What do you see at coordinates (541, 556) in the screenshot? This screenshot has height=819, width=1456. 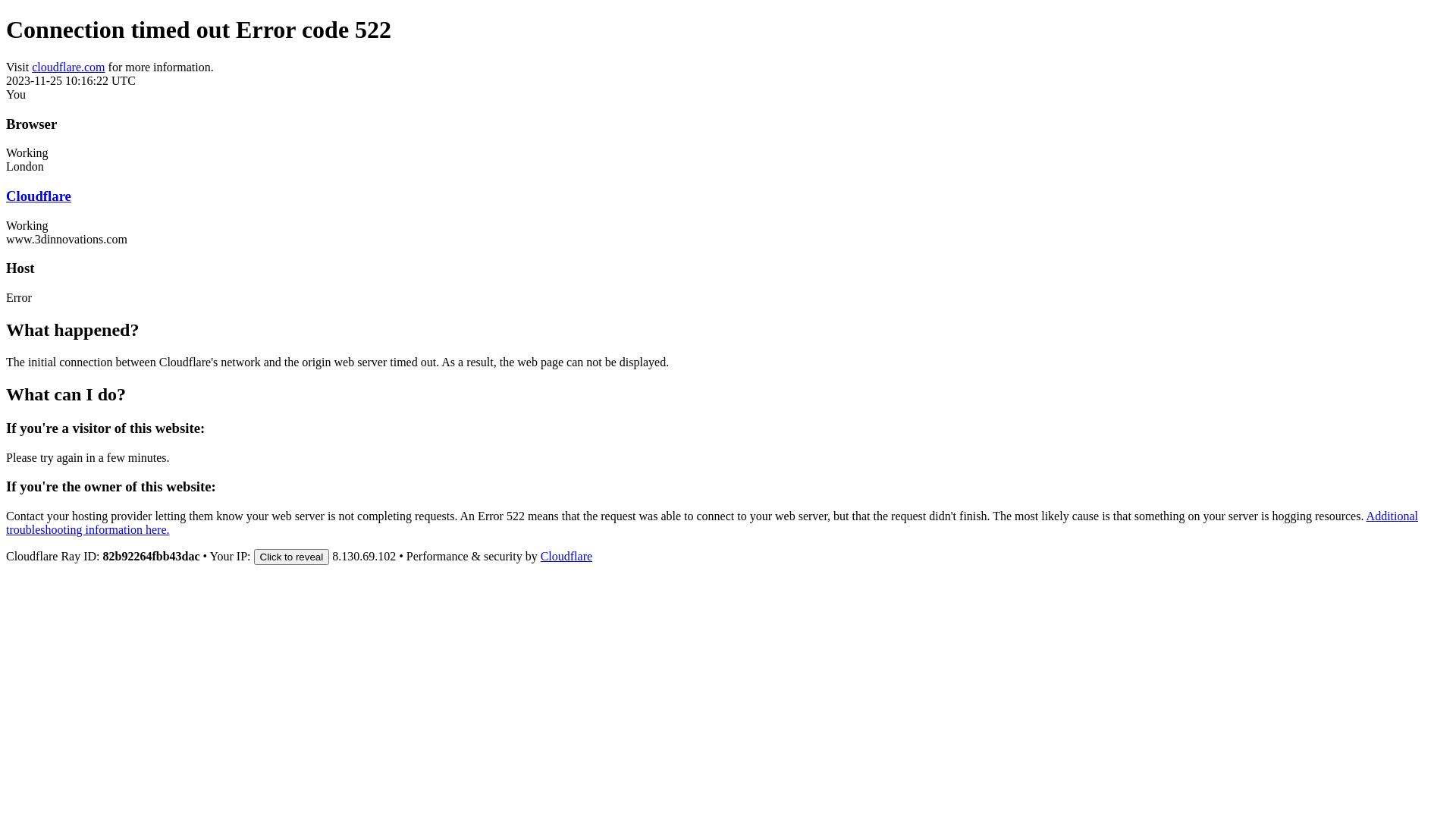 I see `'Cloudflare'` at bounding box center [541, 556].